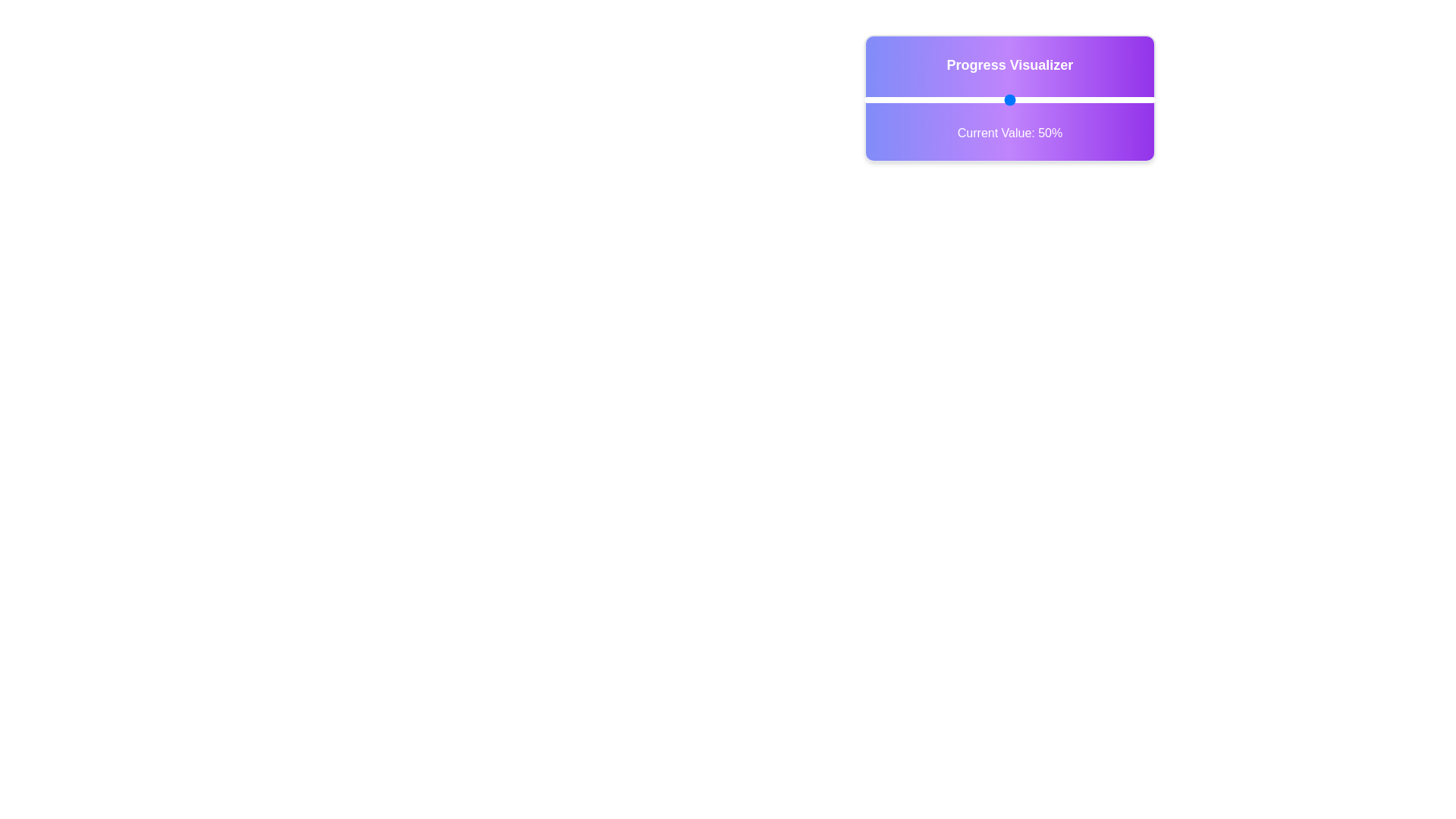  What do you see at coordinates (1103, 99) in the screenshot?
I see `the slider to set the progress value to 82` at bounding box center [1103, 99].